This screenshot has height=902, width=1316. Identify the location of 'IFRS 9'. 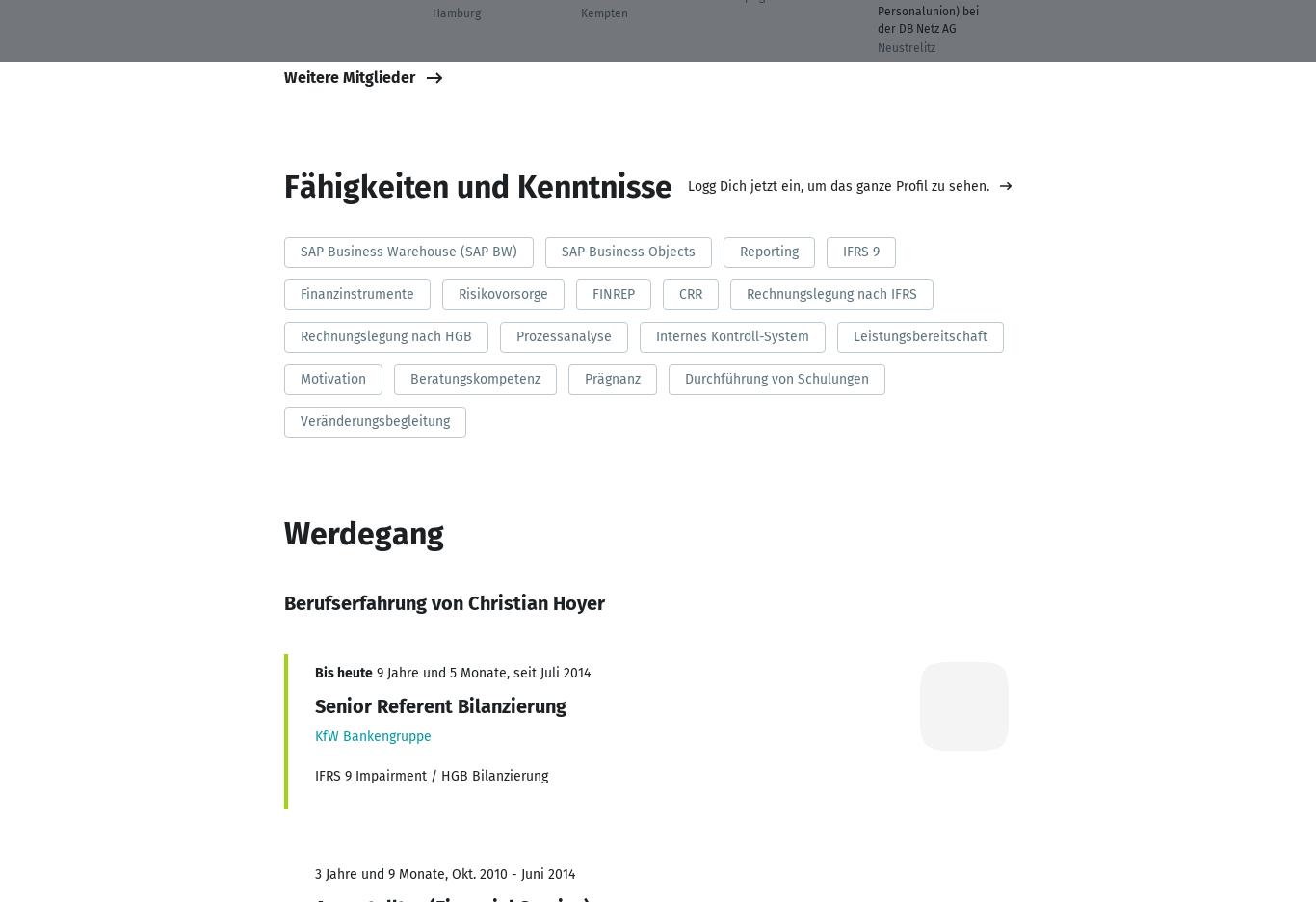
(858, 250).